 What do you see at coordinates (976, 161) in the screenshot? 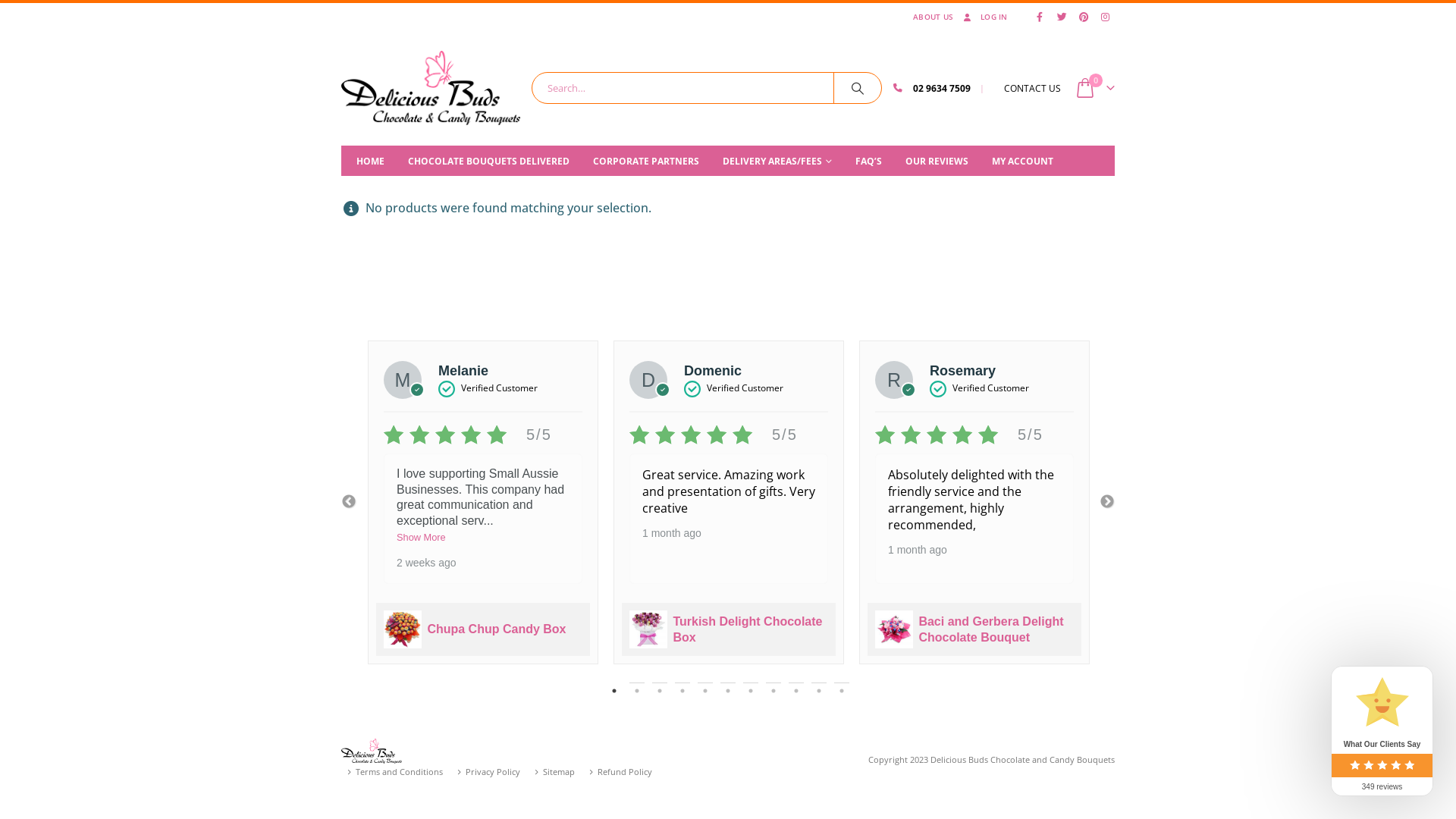
I see `'MY ACCOUNT'` at bounding box center [976, 161].